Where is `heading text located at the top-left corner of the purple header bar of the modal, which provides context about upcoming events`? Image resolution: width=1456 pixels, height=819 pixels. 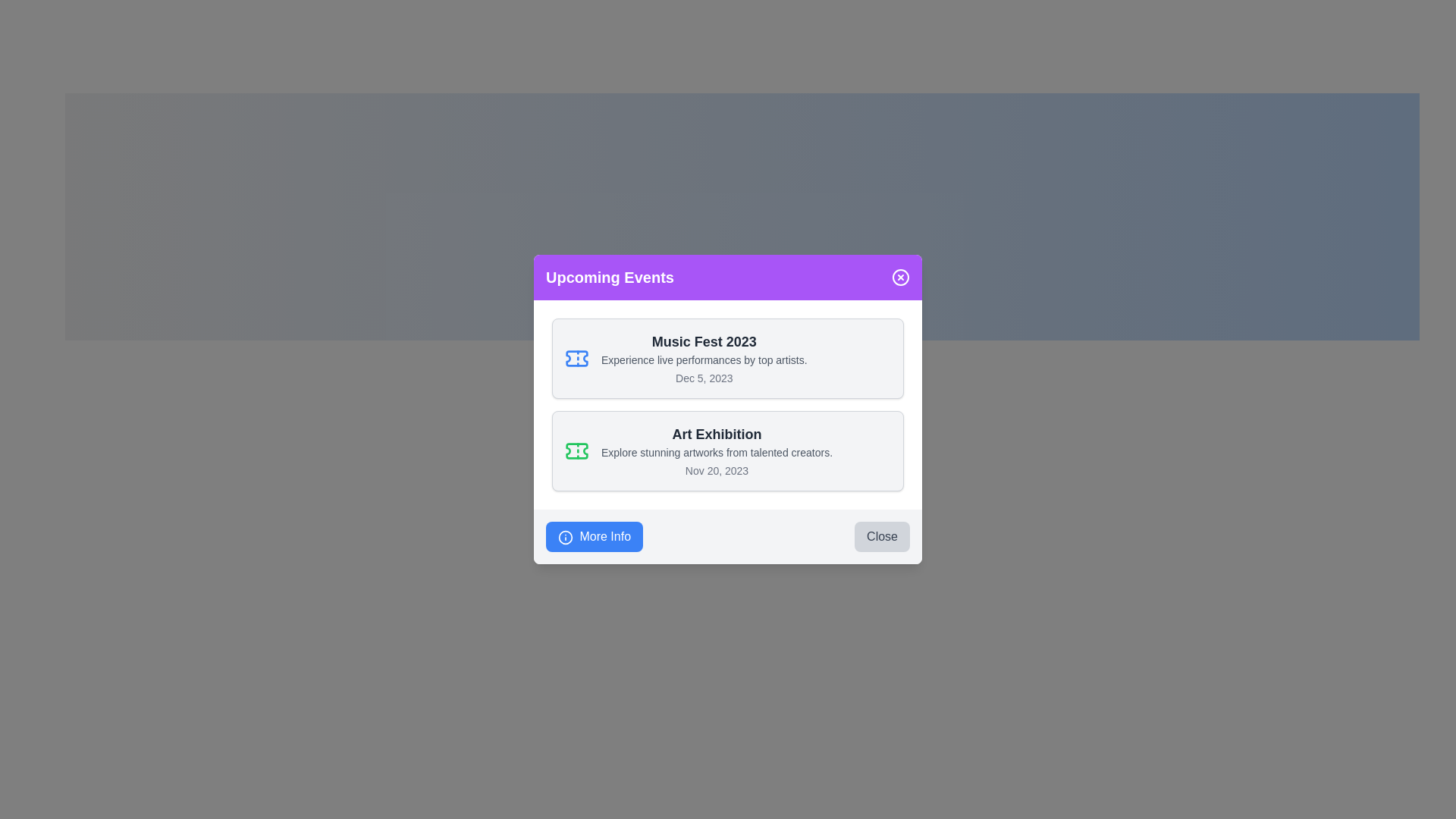
heading text located at the top-left corner of the purple header bar of the modal, which provides context about upcoming events is located at coordinates (610, 278).